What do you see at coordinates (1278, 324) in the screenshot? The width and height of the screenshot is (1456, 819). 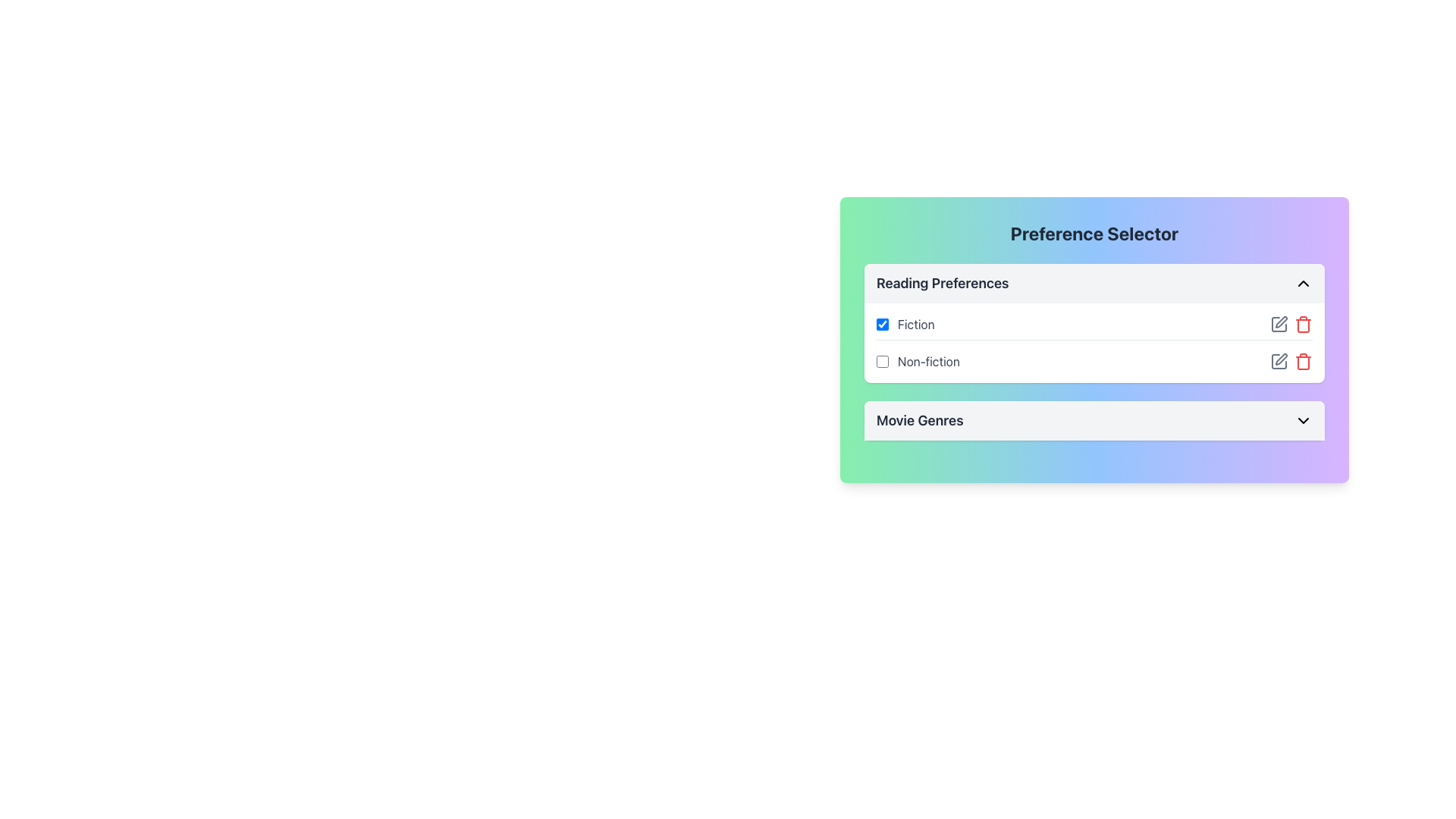 I see `the edit button located next to the 'Fiction' checkbox in the 'Reading Preferences' section` at bounding box center [1278, 324].